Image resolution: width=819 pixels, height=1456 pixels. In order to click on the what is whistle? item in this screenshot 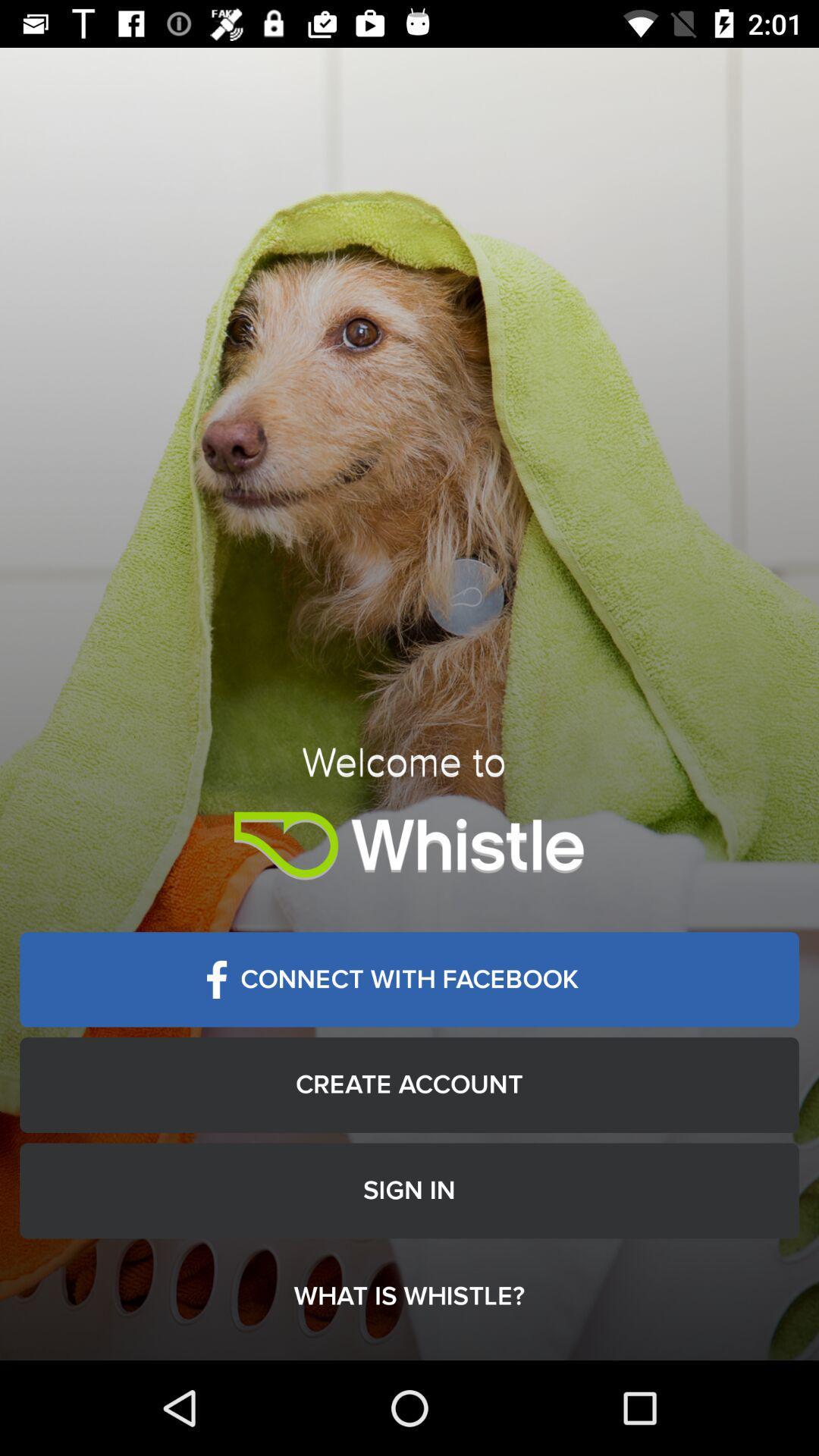, I will do `click(409, 1295)`.